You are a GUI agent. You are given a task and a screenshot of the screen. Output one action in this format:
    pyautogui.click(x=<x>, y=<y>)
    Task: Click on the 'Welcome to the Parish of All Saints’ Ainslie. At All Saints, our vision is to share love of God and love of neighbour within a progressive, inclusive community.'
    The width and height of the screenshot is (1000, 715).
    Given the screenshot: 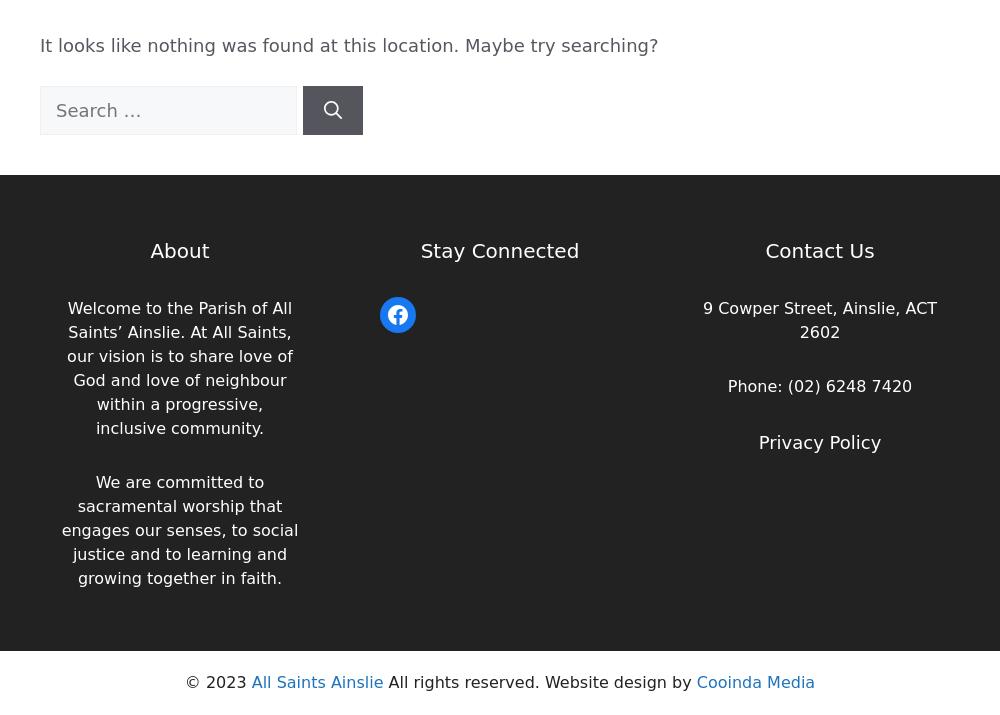 What is the action you would take?
    pyautogui.click(x=179, y=367)
    